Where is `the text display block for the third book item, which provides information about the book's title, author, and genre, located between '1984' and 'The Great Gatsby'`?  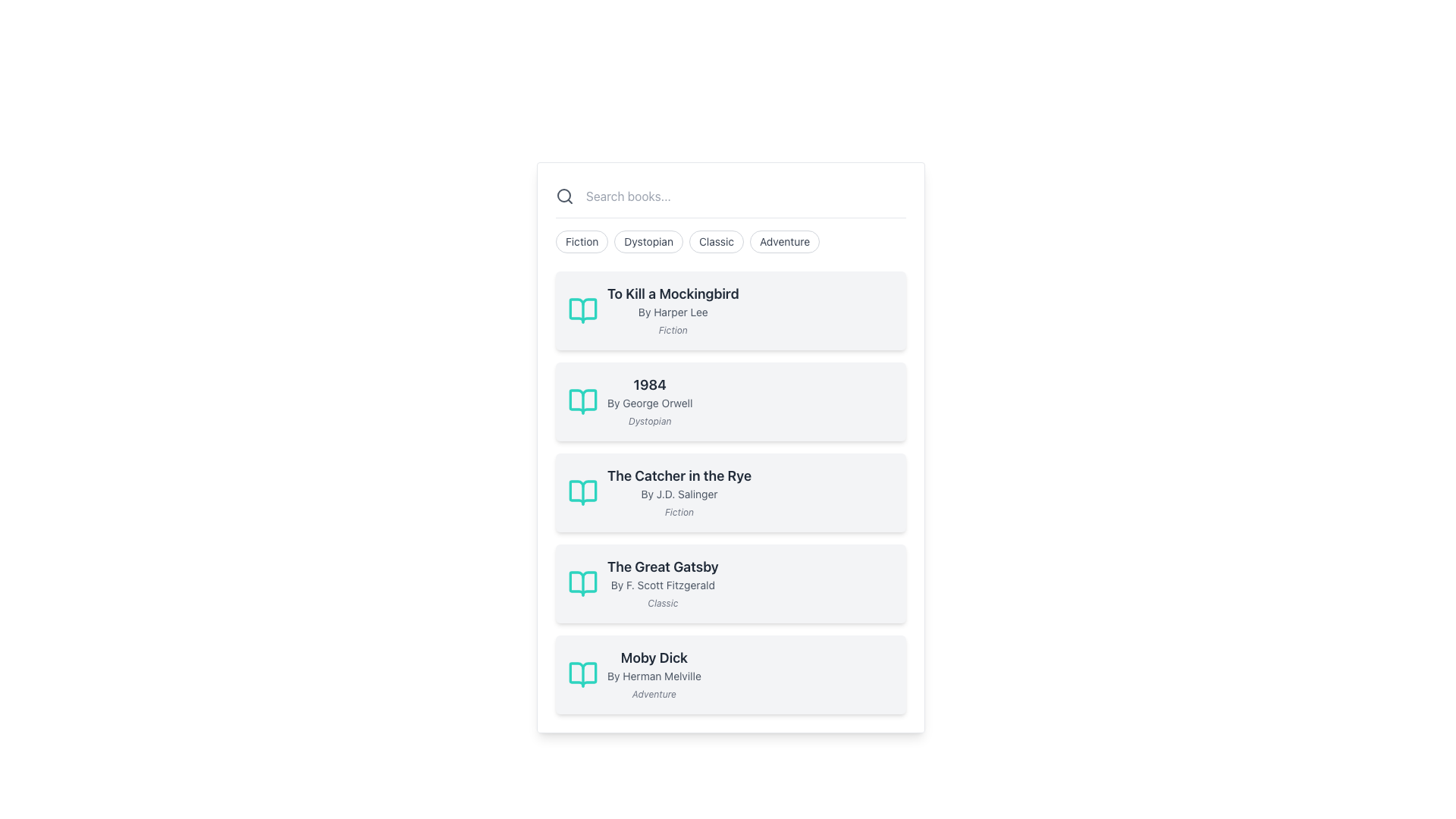
the text display block for the third book item, which provides information about the book's title, author, and genre, located between '1984' and 'The Great Gatsby' is located at coordinates (679, 493).